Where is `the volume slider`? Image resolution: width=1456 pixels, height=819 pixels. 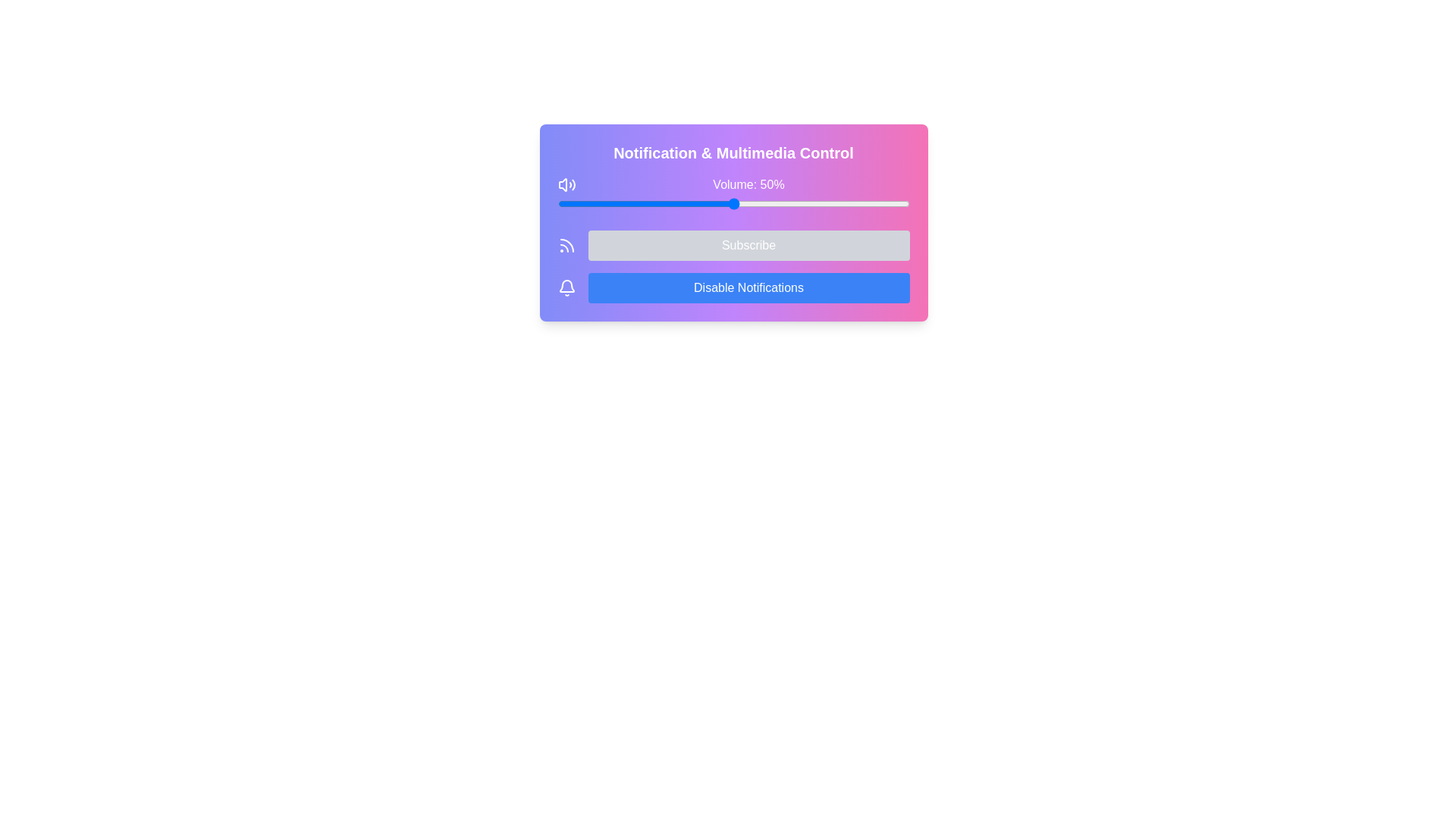
the volume slider is located at coordinates (758, 203).